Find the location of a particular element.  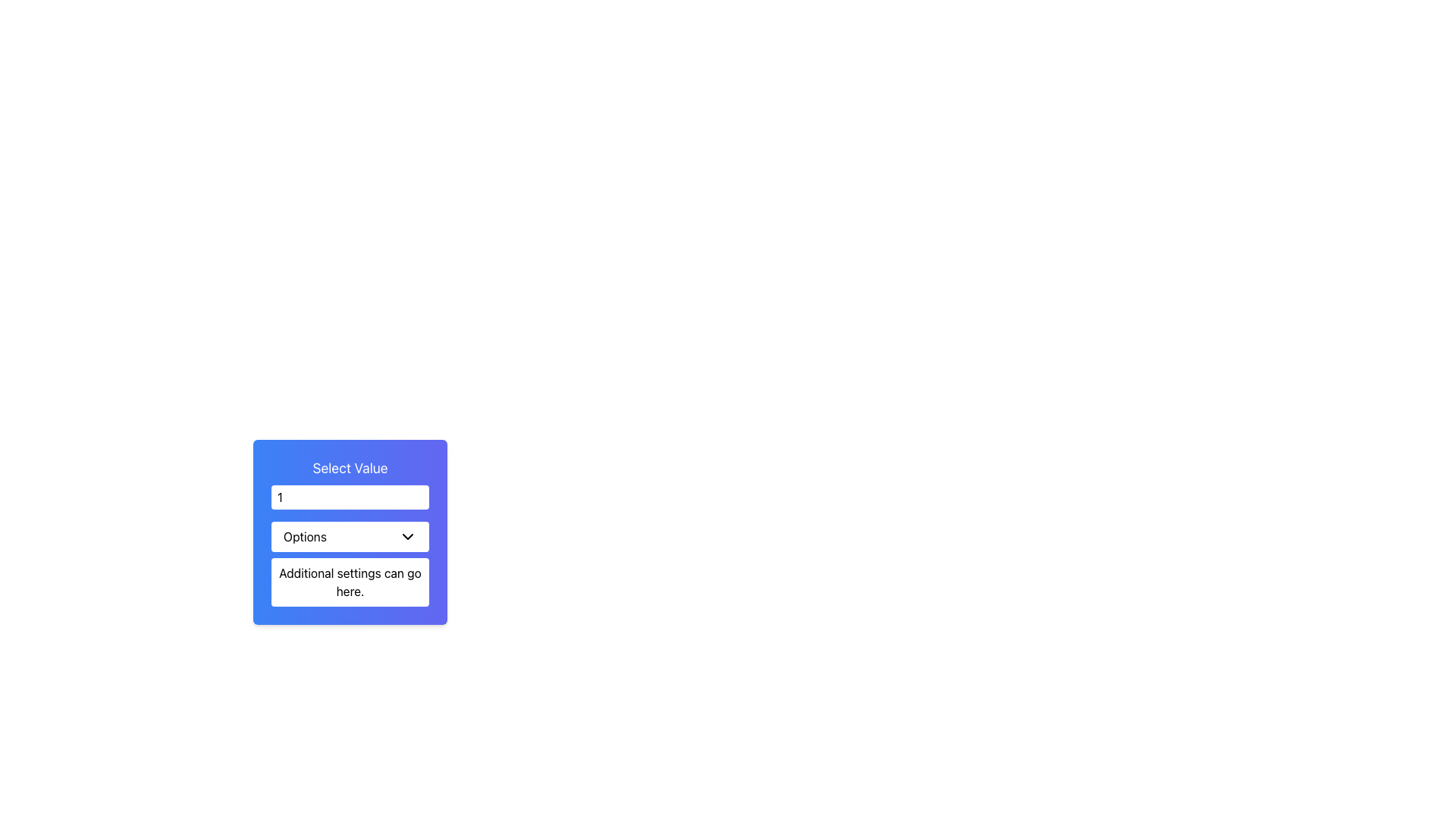

the Number Input Field located directly below the 'Select Value' title to focus on it is located at coordinates (349, 497).